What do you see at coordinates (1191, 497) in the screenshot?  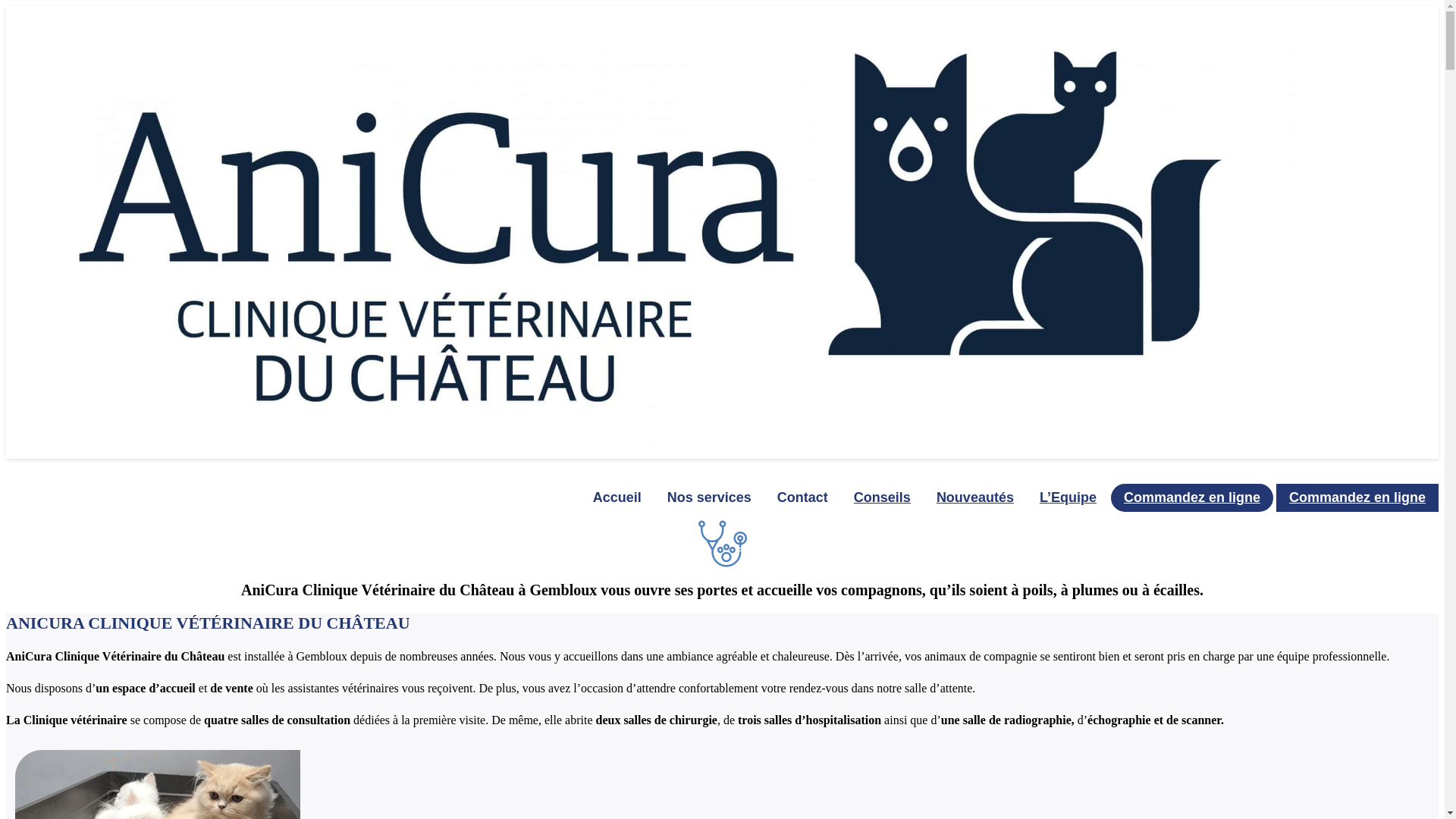 I see `'Commandez en ligne'` at bounding box center [1191, 497].